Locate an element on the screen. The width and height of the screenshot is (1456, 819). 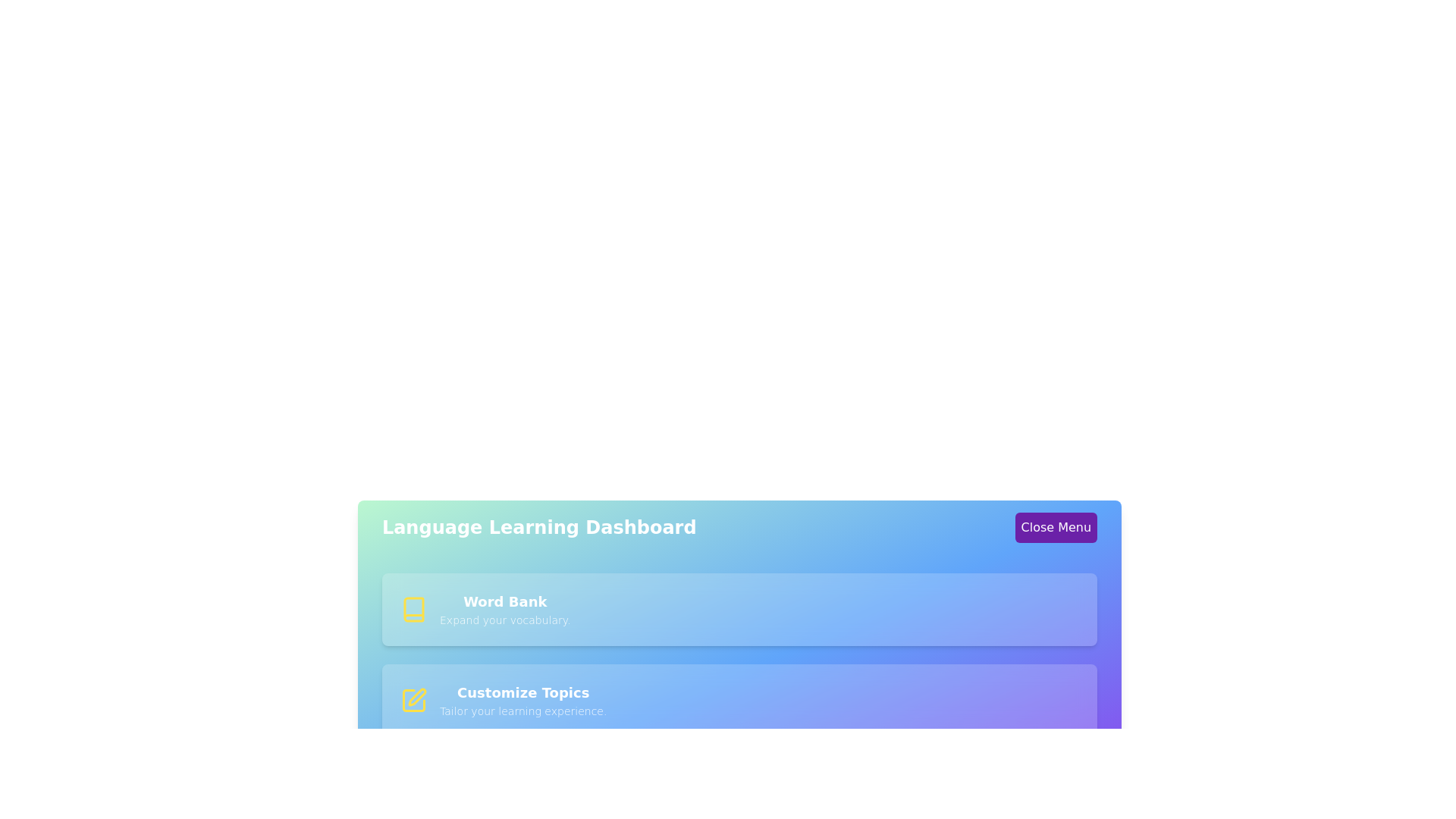
the 'Close Menu' button to toggle the menu visibility is located at coordinates (1055, 526).